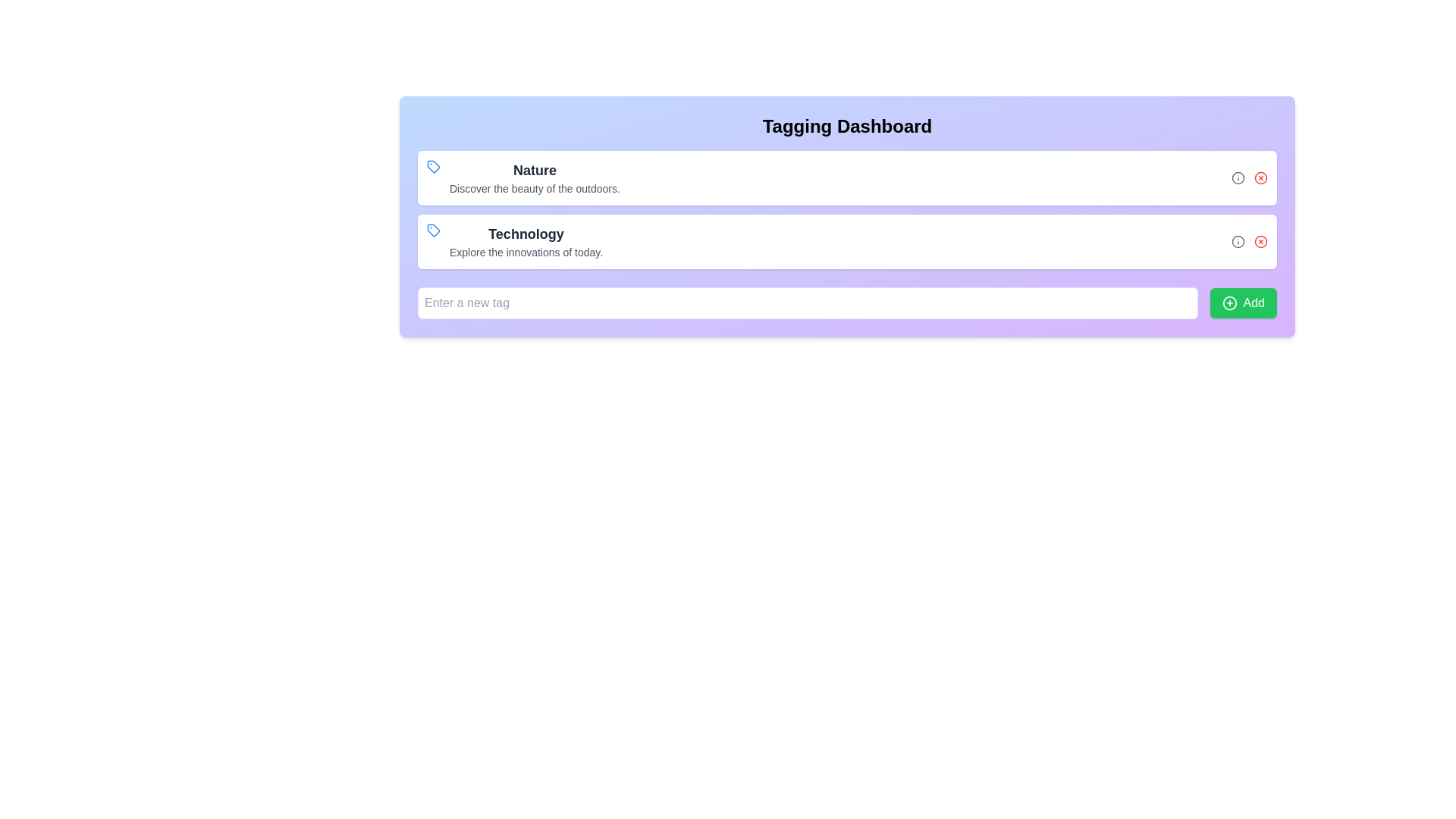  I want to click on the 'Technology' label which is styled in bold and contains the subtitle 'Explore the innovations of today', so click(526, 241).